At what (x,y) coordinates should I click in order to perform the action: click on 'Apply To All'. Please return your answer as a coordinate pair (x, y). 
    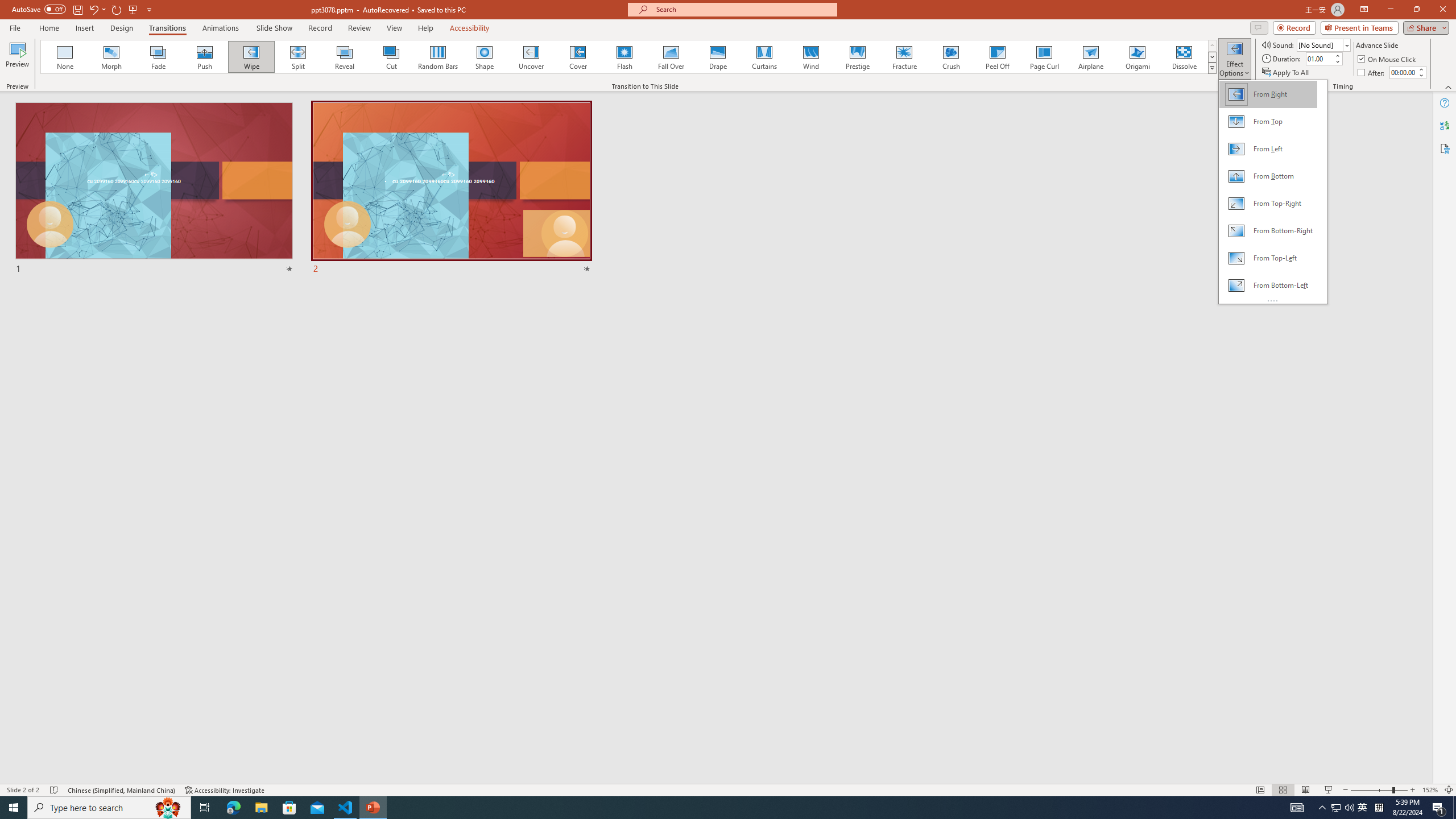
    Looking at the image, I should click on (1287, 72).